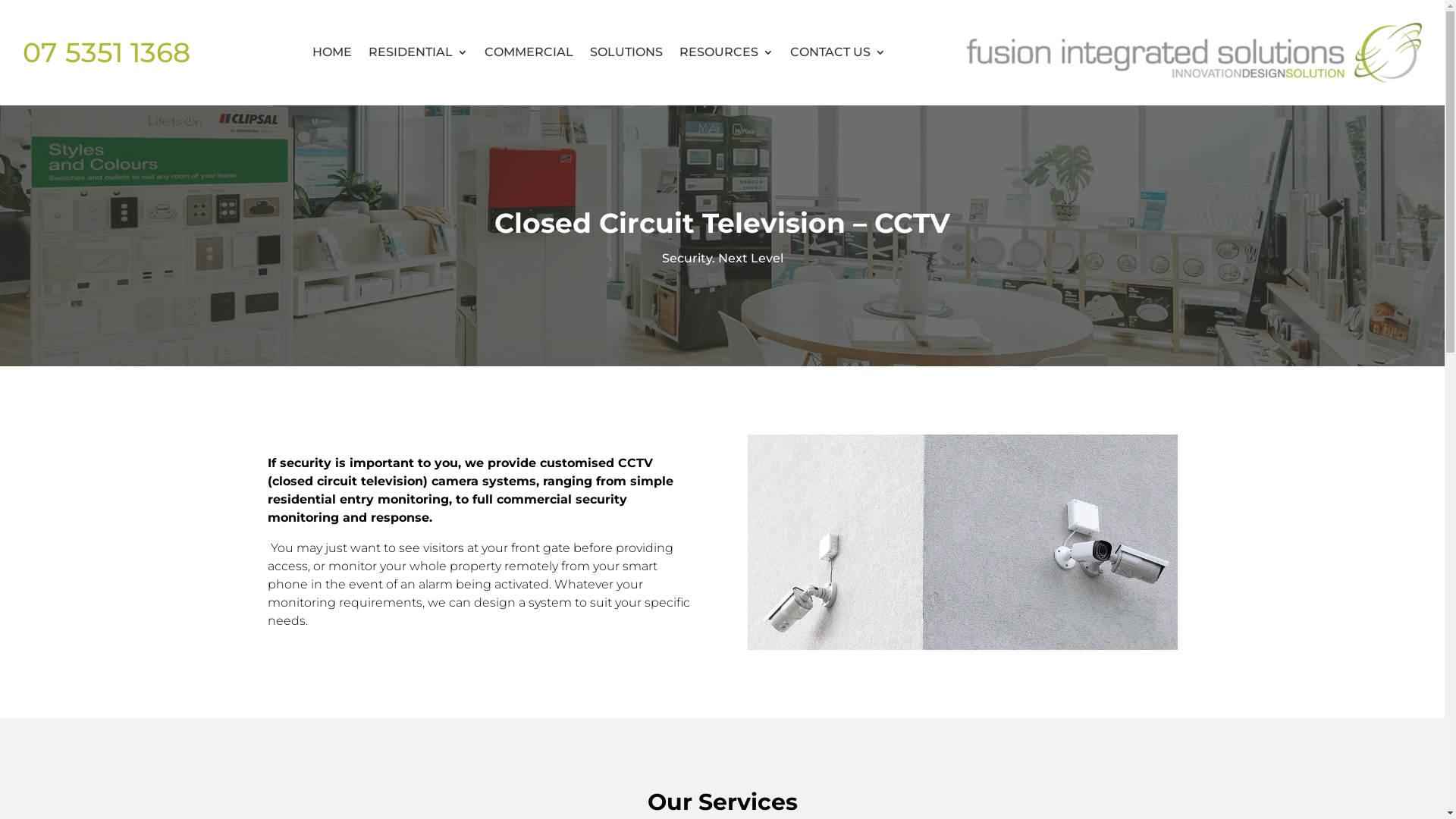 Image resolution: width=1456 pixels, height=819 pixels. I want to click on 'CONTACT US', so click(836, 52).